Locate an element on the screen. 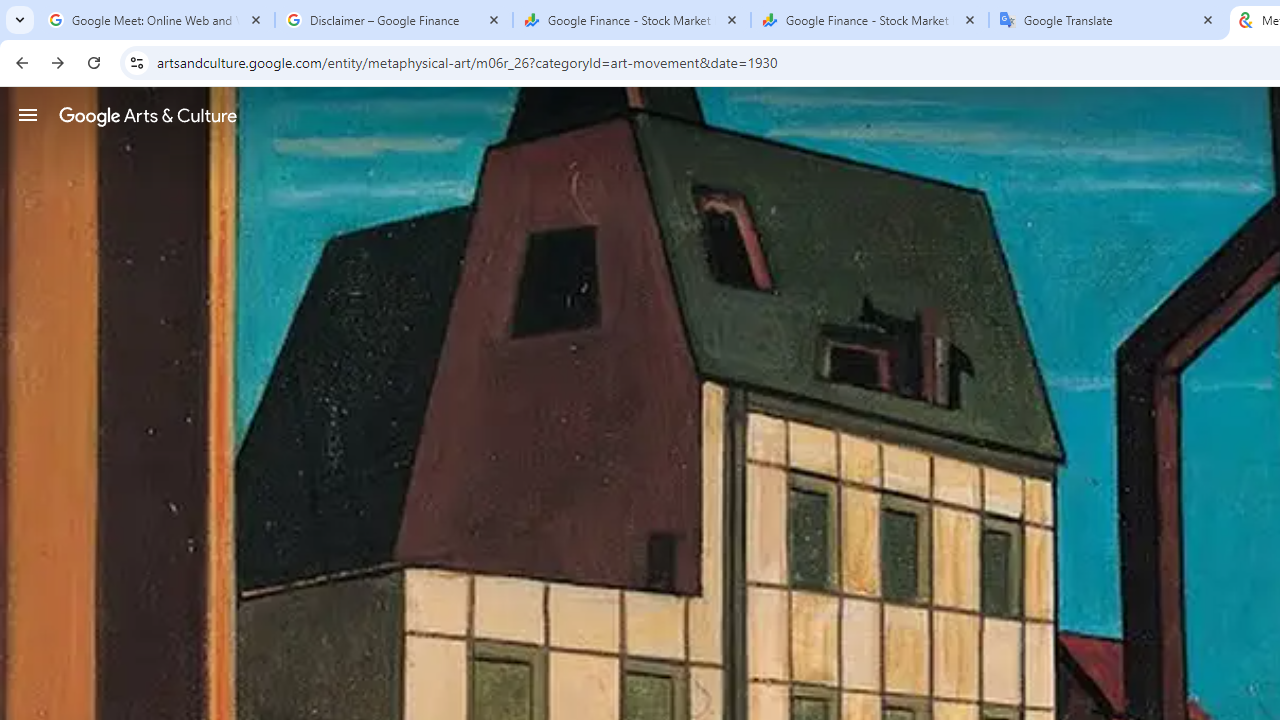 The height and width of the screenshot is (720, 1280). 'Google Arts & Culture' is located at coordinates (147, 115).